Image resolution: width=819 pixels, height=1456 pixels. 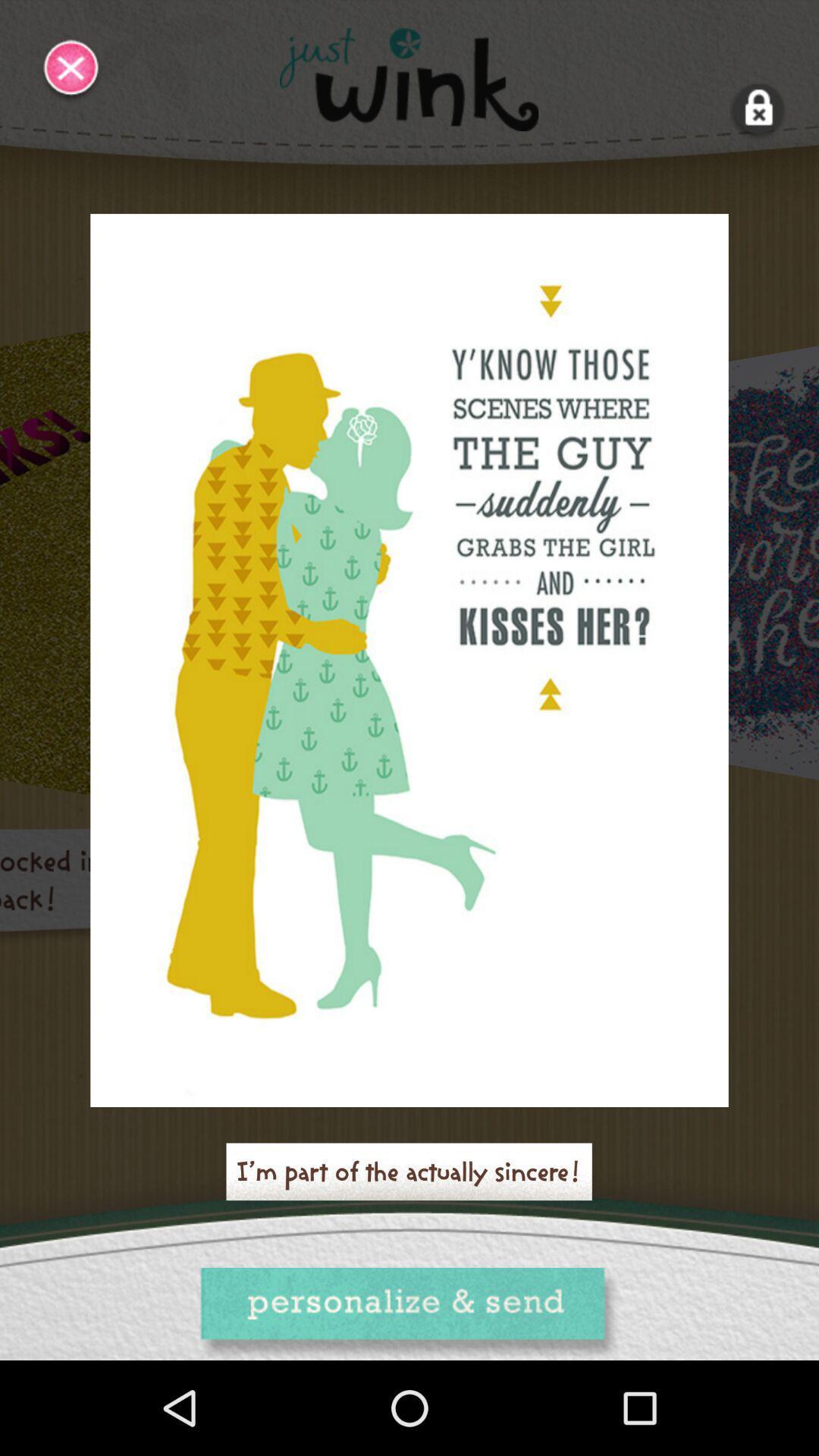 What do you see at coordinates (758, 108) in the screenshot?
I see `the lock icon` at bounding box center [758, 108].